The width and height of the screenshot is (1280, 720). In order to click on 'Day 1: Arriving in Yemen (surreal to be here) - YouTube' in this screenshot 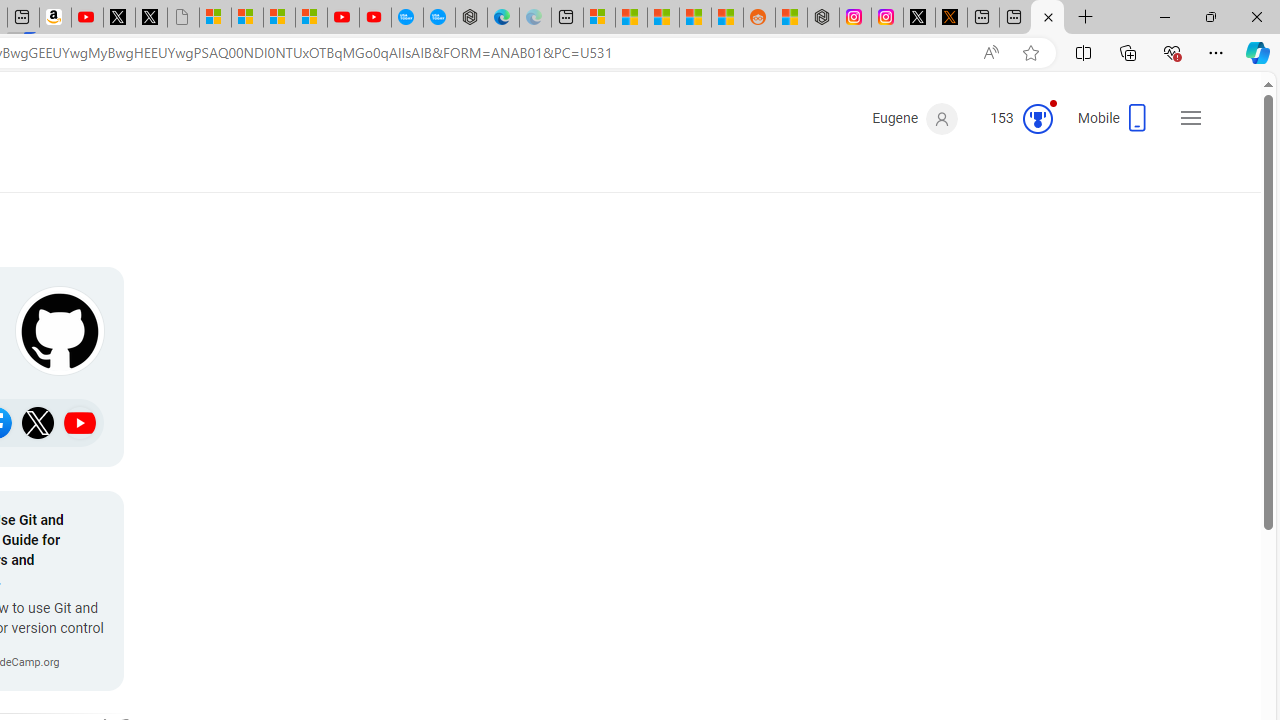, I will do `click(86, 17)`.